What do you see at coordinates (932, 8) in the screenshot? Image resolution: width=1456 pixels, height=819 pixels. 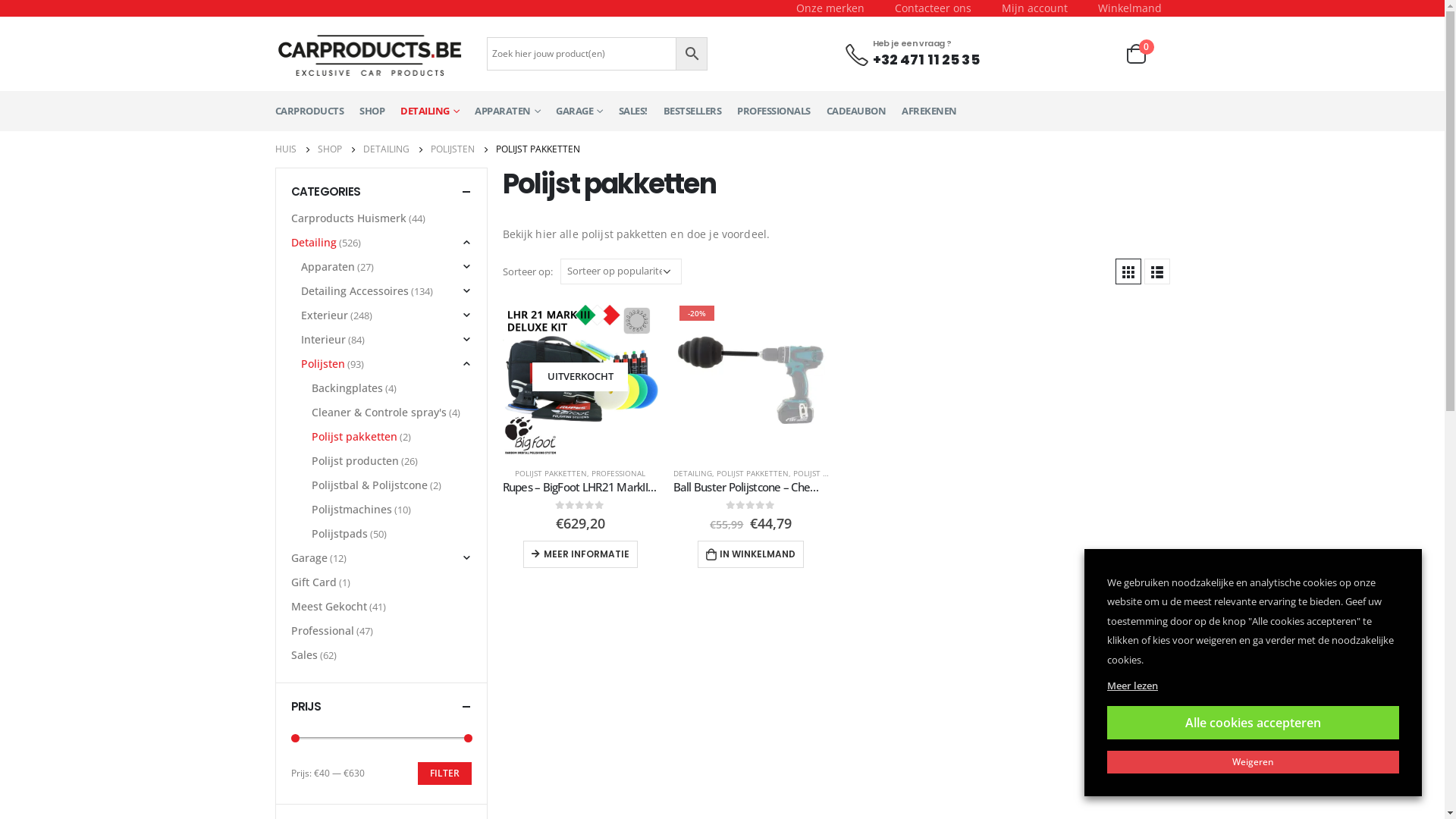 I see `'Contacteer ons'` at bounding box center [932, 8].